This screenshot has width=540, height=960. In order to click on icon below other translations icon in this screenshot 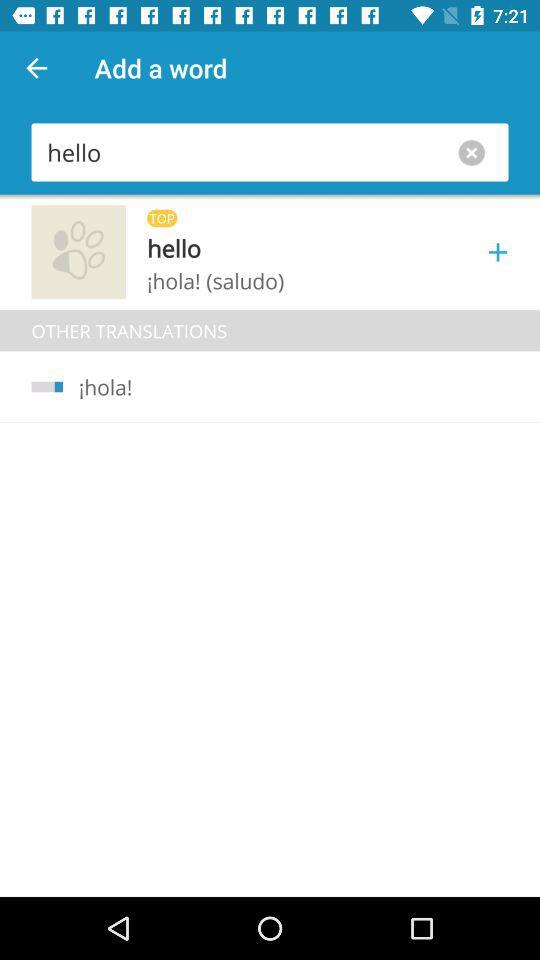, I will do `click(96, 386)`.